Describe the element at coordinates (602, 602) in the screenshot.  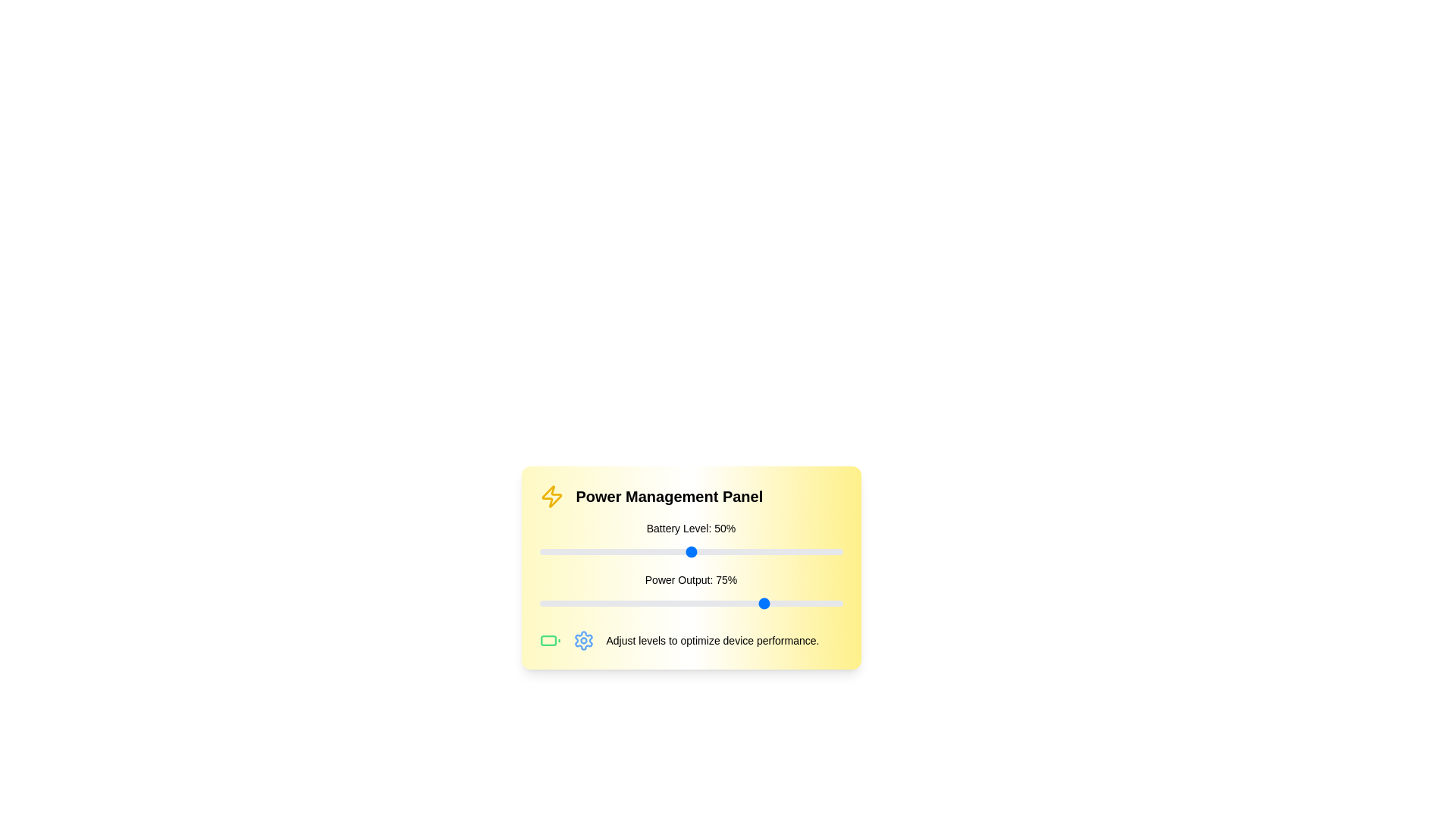
I see `the 'Power Output' slider to 21%` at that location.